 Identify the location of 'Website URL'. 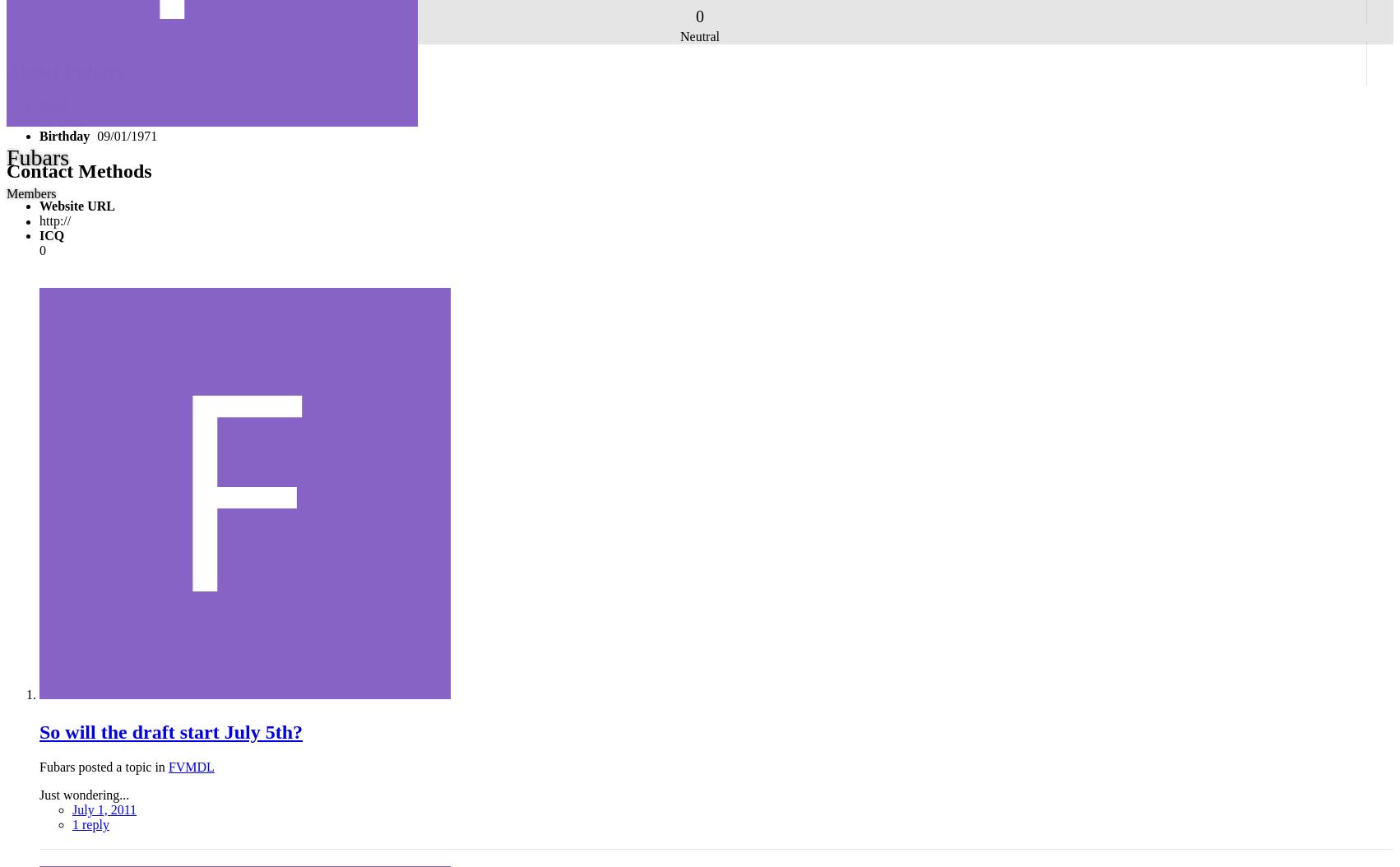
(76, 205).